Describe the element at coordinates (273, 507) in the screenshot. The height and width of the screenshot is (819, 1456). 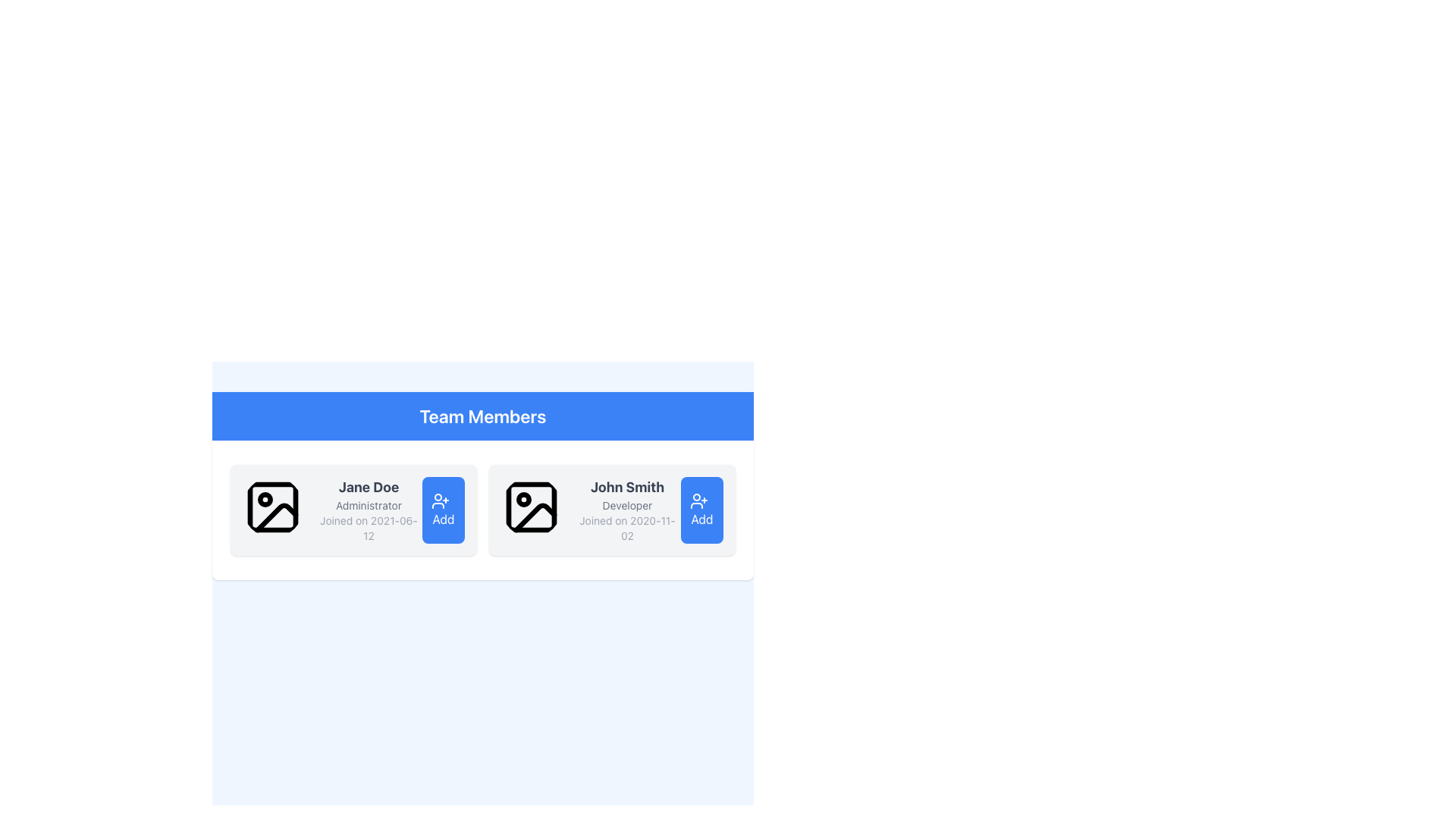
I see `the Image Icon element located in the upper-left corner of Jane Doe's profile card, which is styled with a black border and represents an image` at that location.